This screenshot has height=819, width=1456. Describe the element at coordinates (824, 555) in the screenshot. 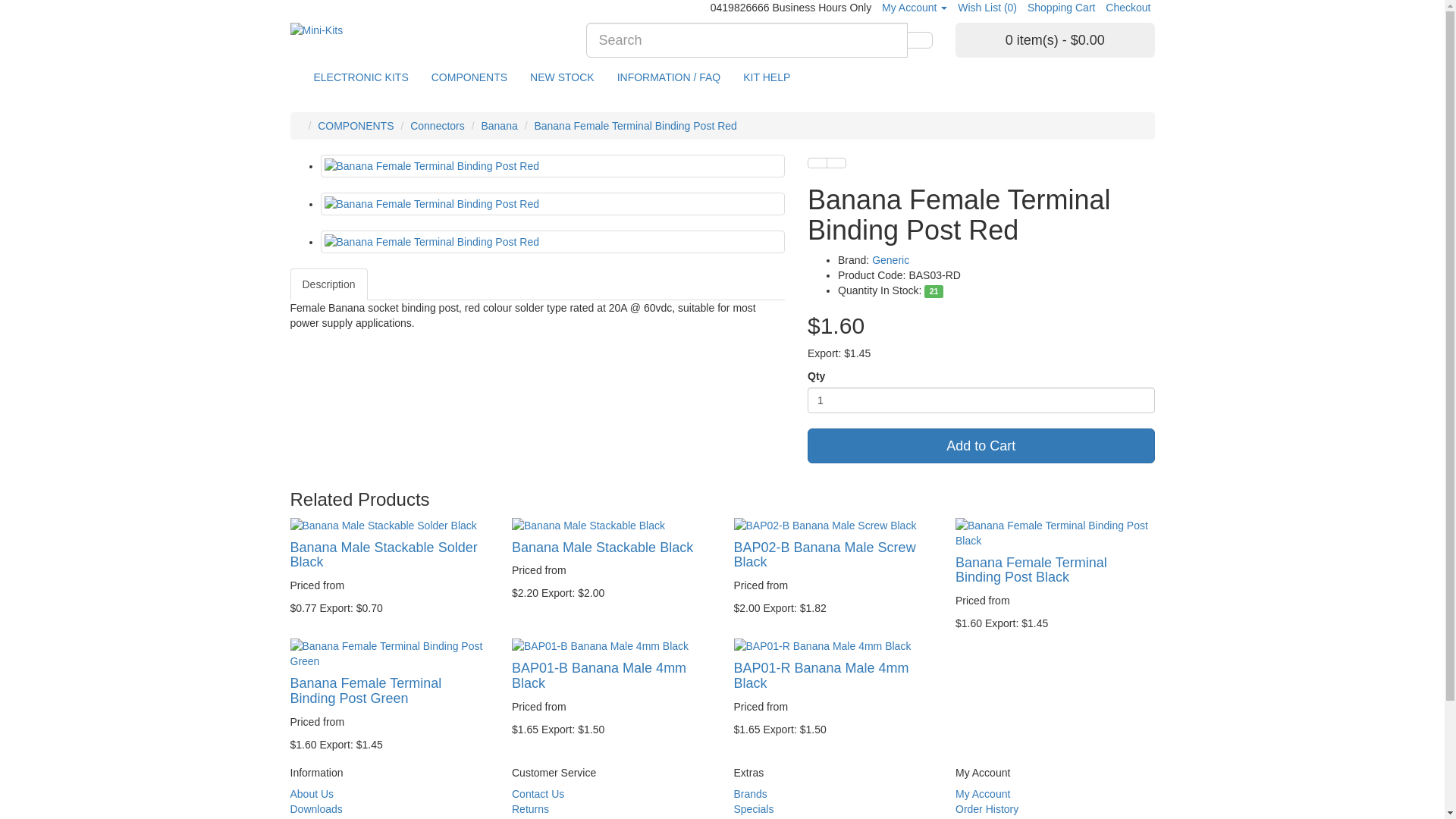

I see `'BAP02-B Banana Male Screw Black'` at that location.